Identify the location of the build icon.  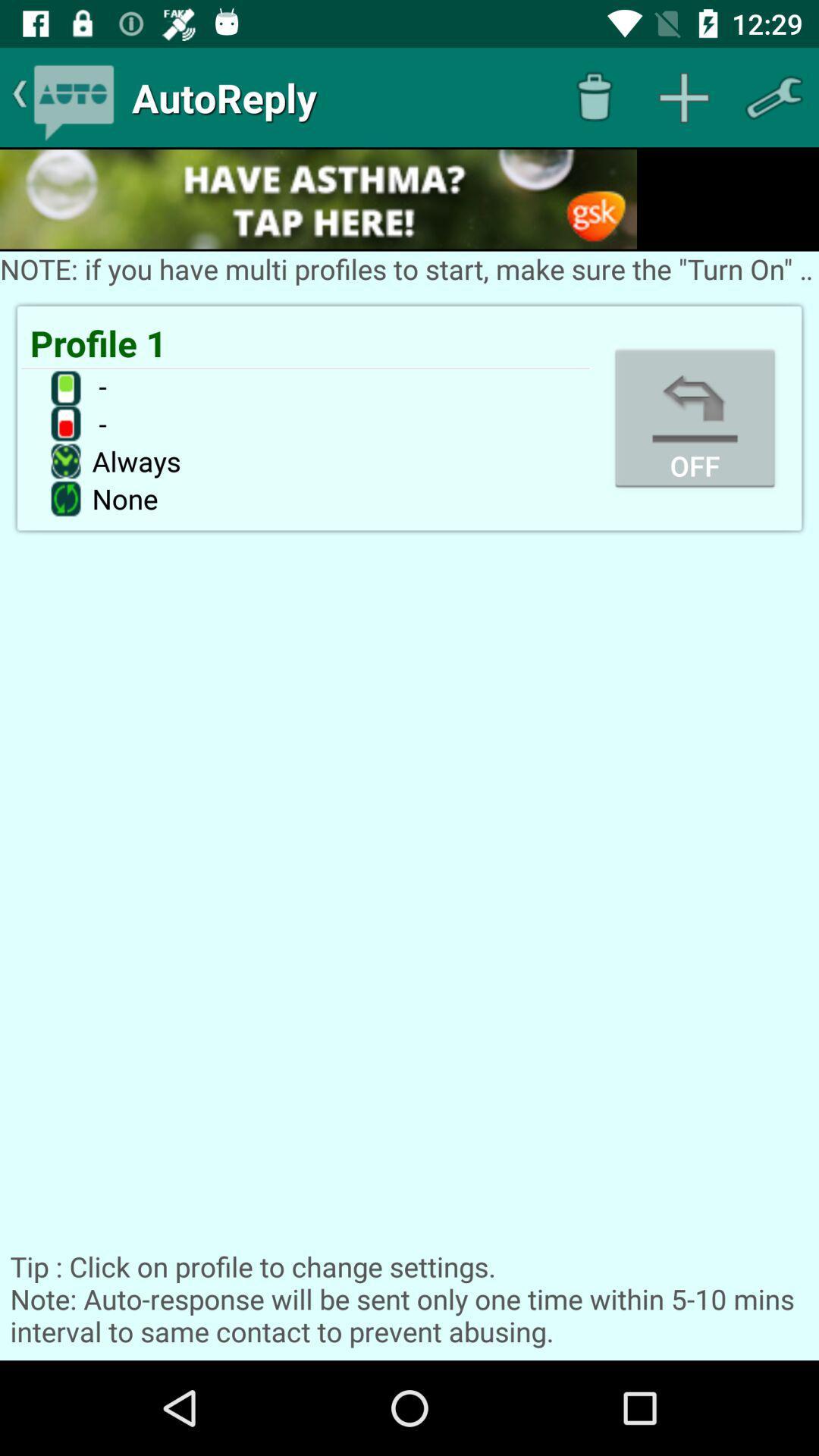
(773, 96).